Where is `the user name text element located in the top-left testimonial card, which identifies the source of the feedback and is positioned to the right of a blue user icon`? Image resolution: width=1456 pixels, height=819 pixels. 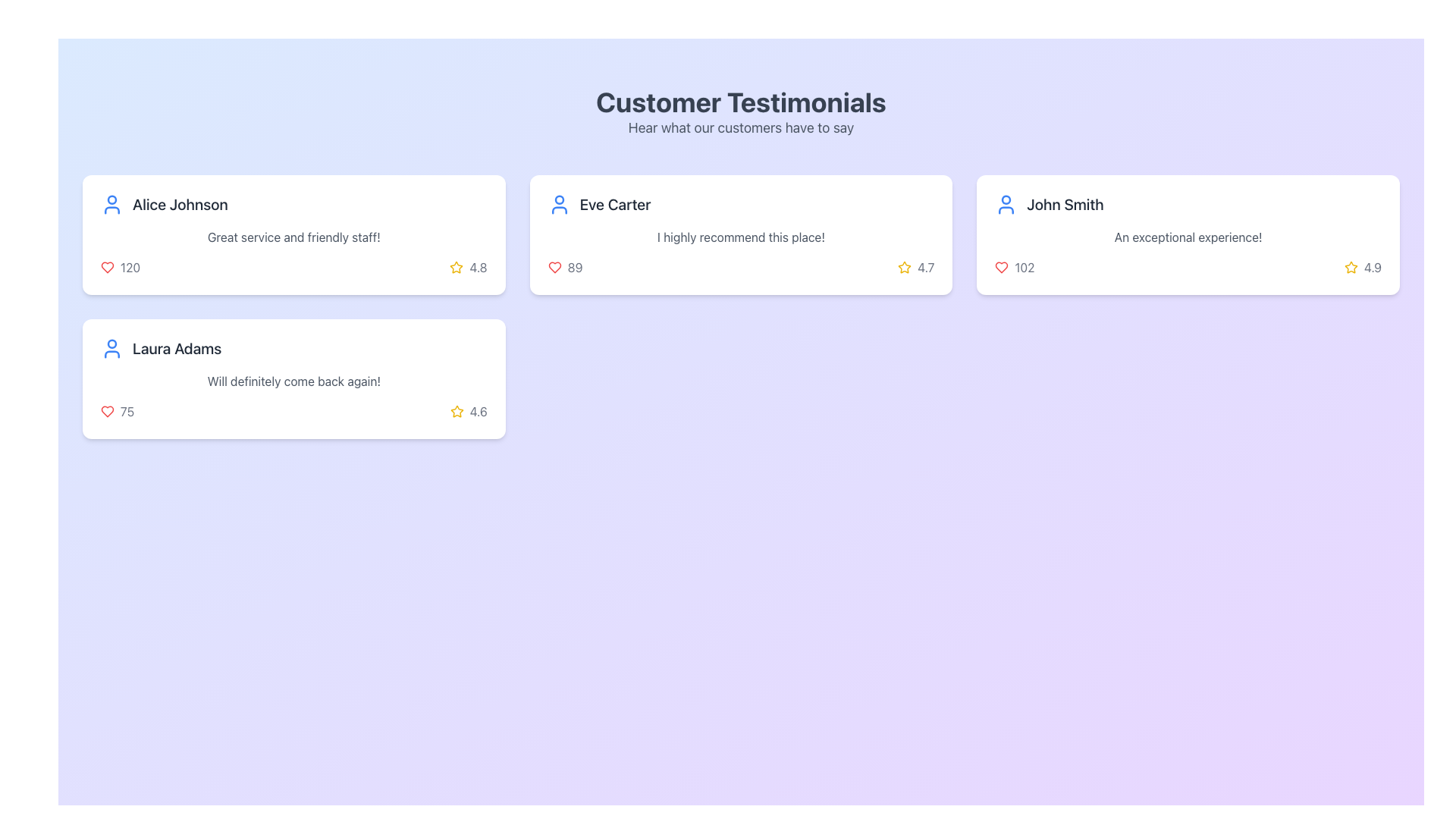
the user name text element located in the top-left testimonial card, which identifies the source of the feedback and is positioned to the right of a blue user icon is located at coordinates (180, 205).